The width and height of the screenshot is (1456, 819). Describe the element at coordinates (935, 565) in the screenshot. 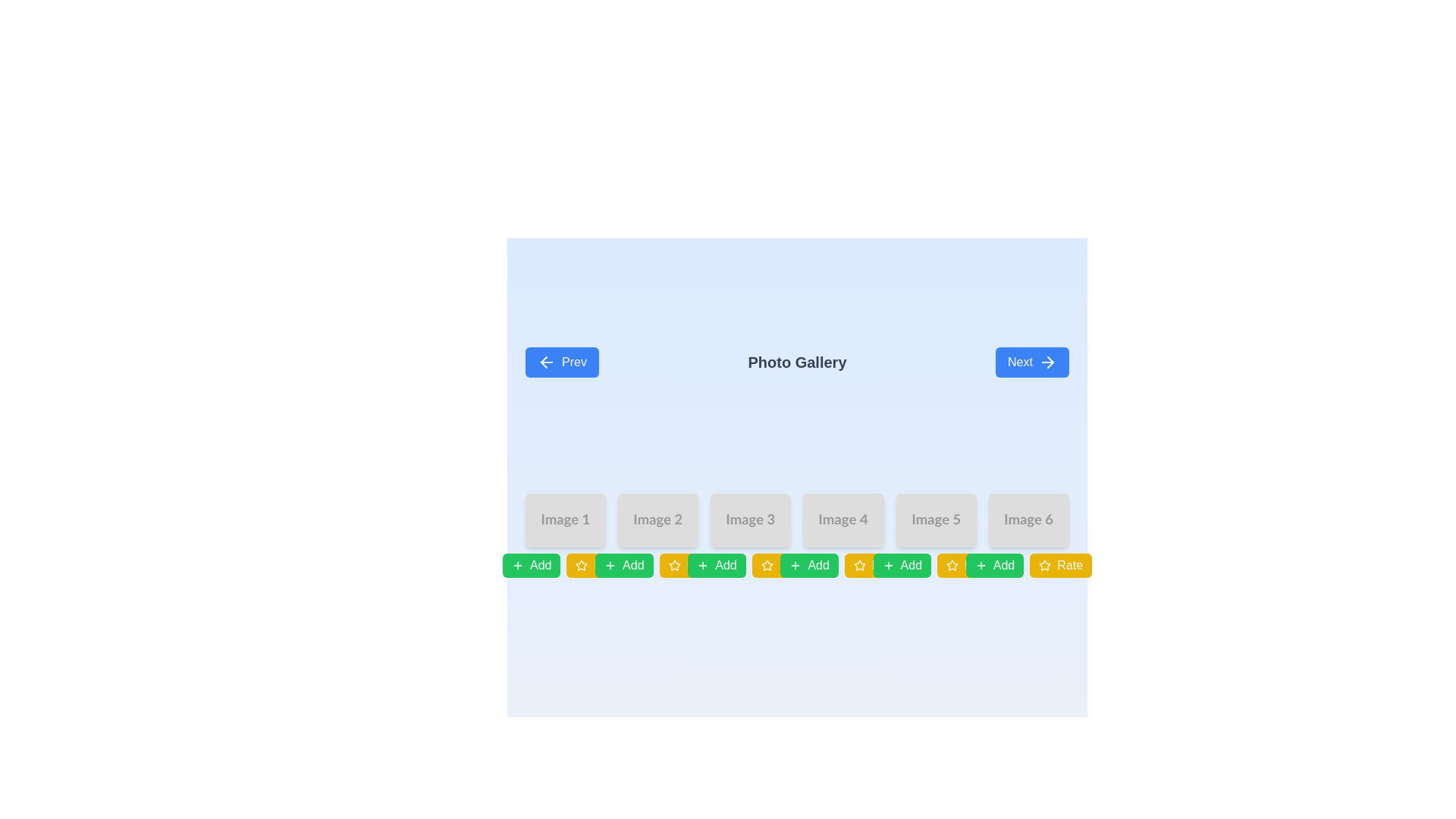

I see `the star-shaped icon with a yellow background located in the middle toolbar below the fifth image in the photo gallery for rating adjustment` at that location.